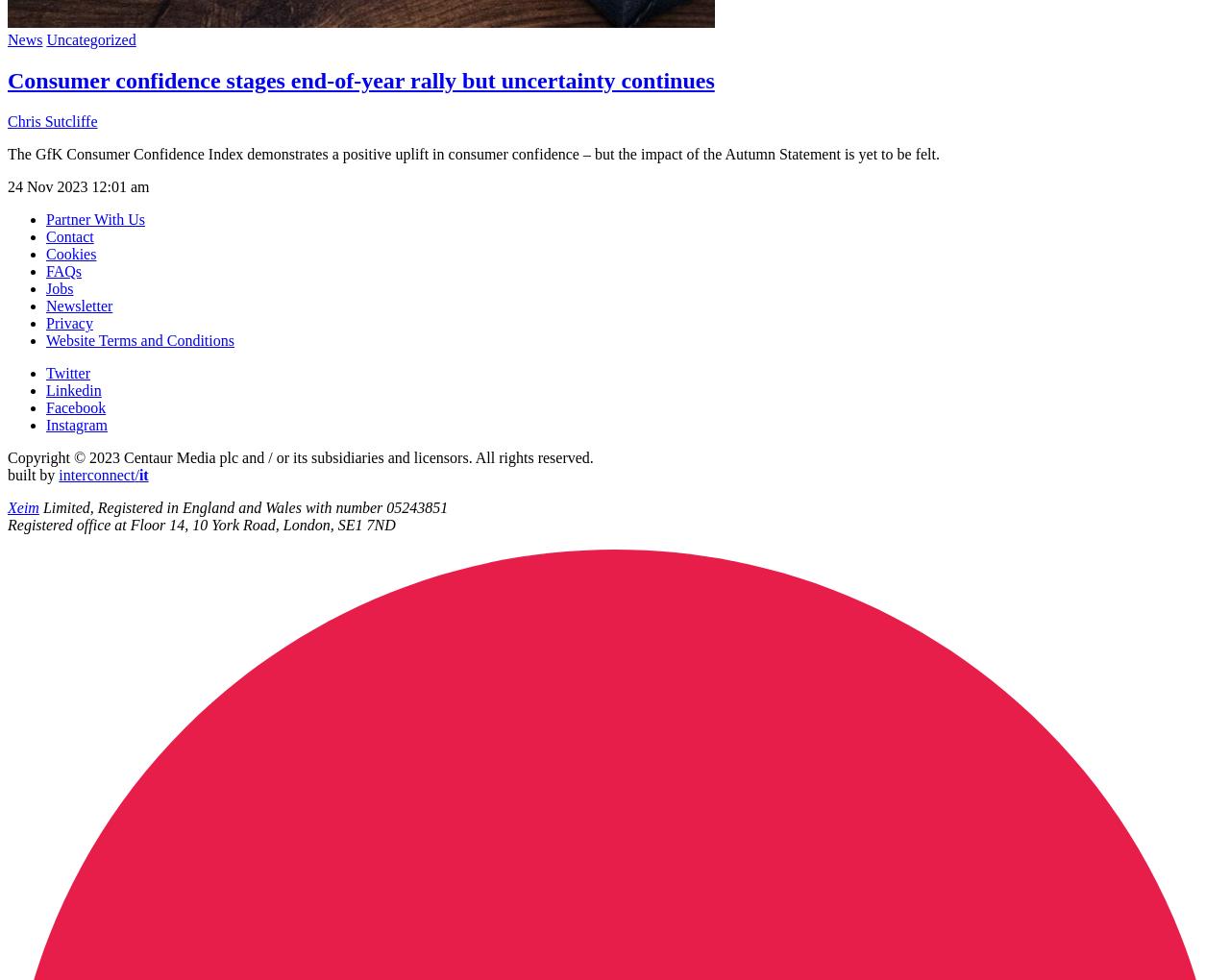  I want to click on '/', so click(134, 474).